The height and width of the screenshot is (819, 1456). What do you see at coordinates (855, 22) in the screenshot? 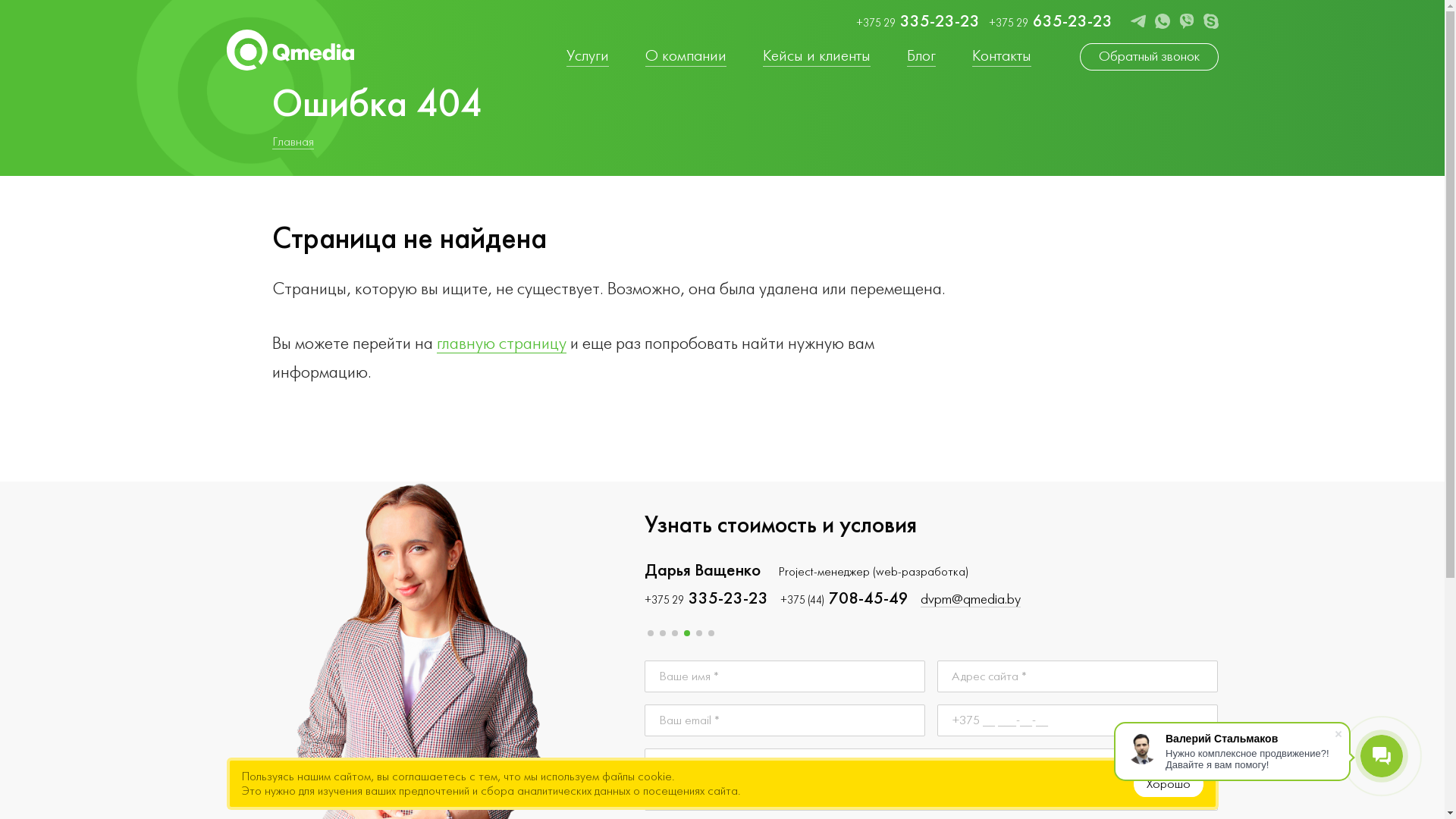
I see `'+375 29 335-23-23'` at bounding box center [855, 22].